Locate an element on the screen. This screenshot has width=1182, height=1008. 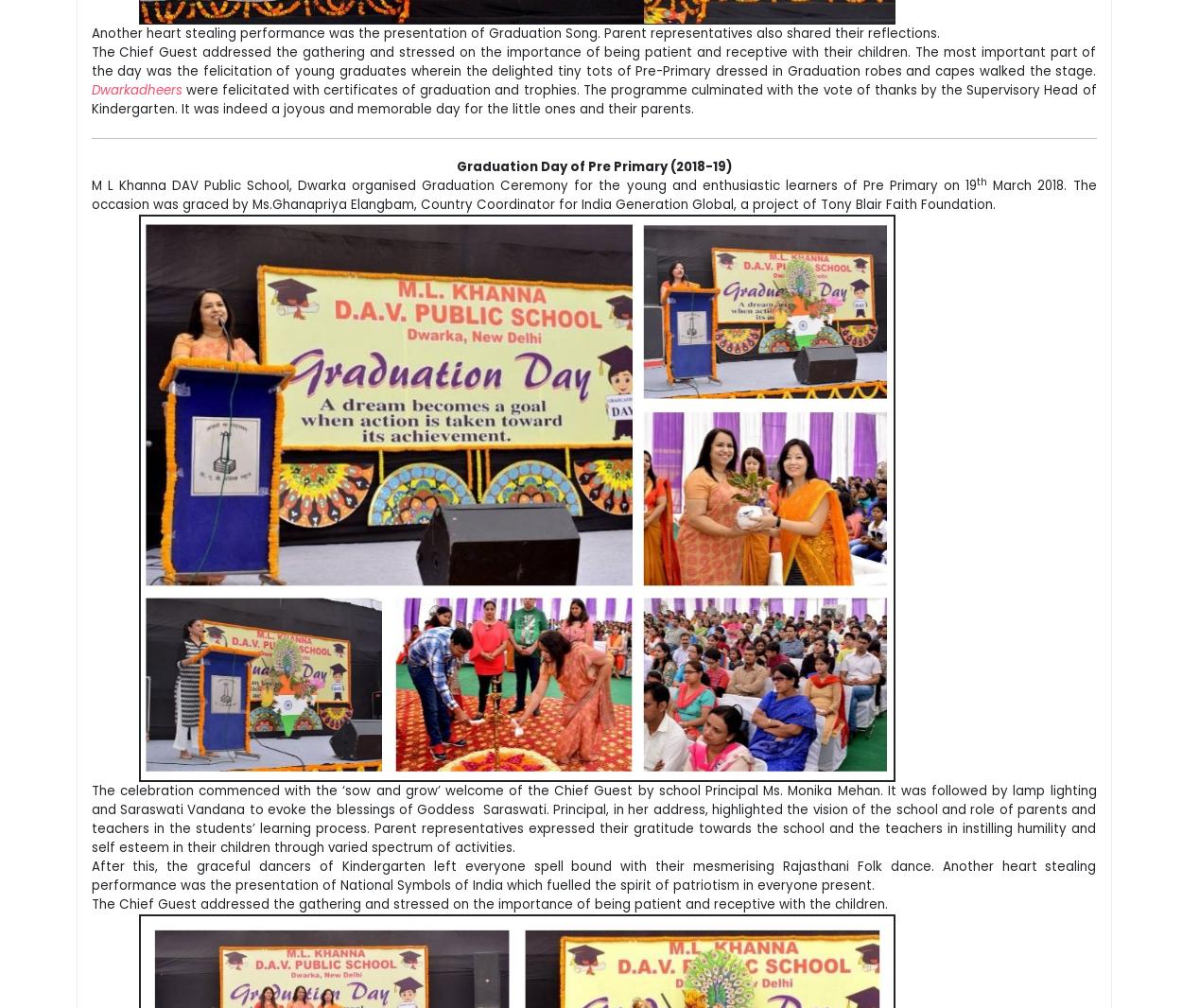
'Phone No.:011-45638246, 011-45038431' is located at coordinates (182, 732).